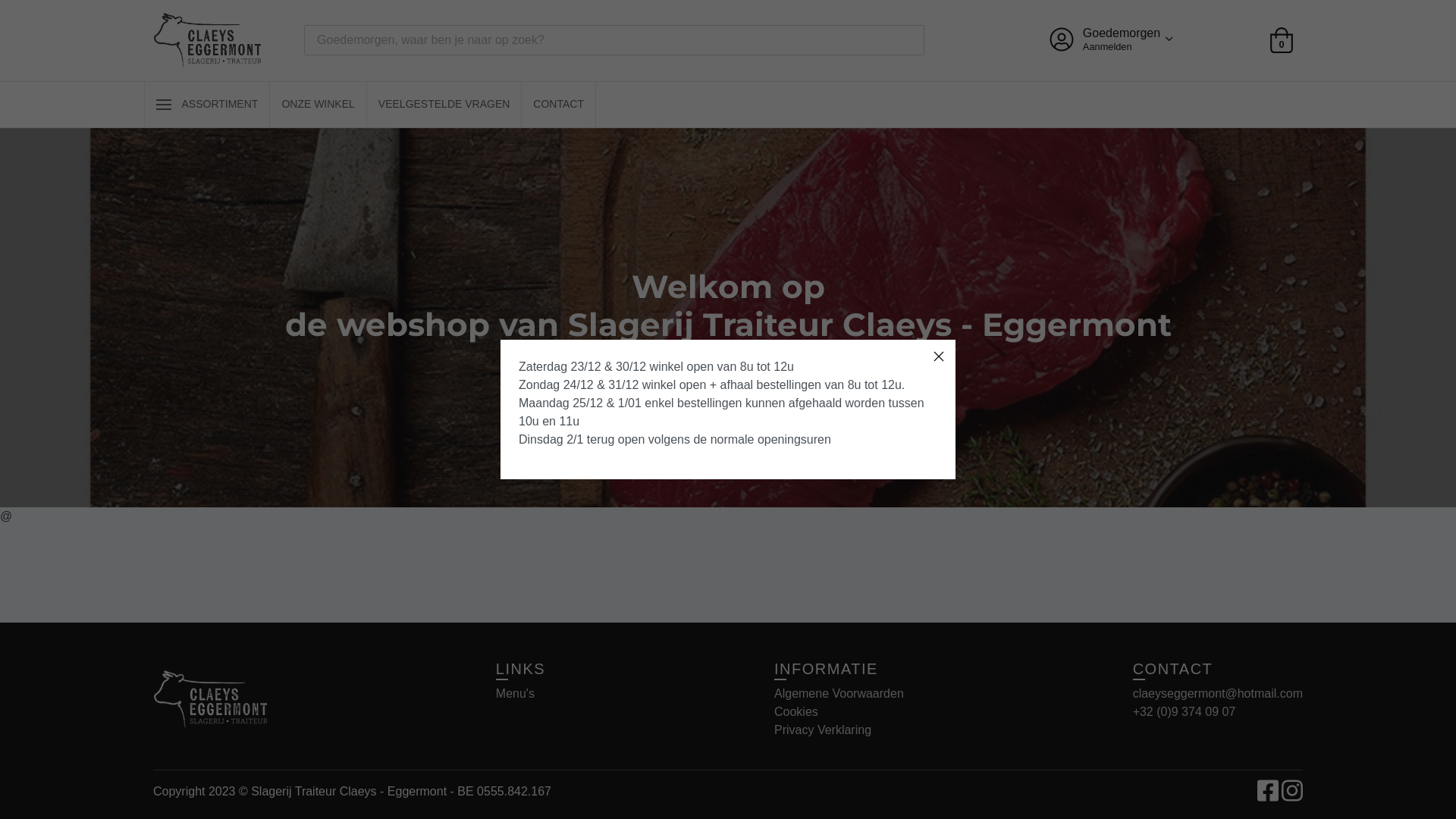 This screenshot has height=819, width=1456. Describe the element at coordinates (557, 104) in the screenshot. I see `'CONTACT'` at that location.